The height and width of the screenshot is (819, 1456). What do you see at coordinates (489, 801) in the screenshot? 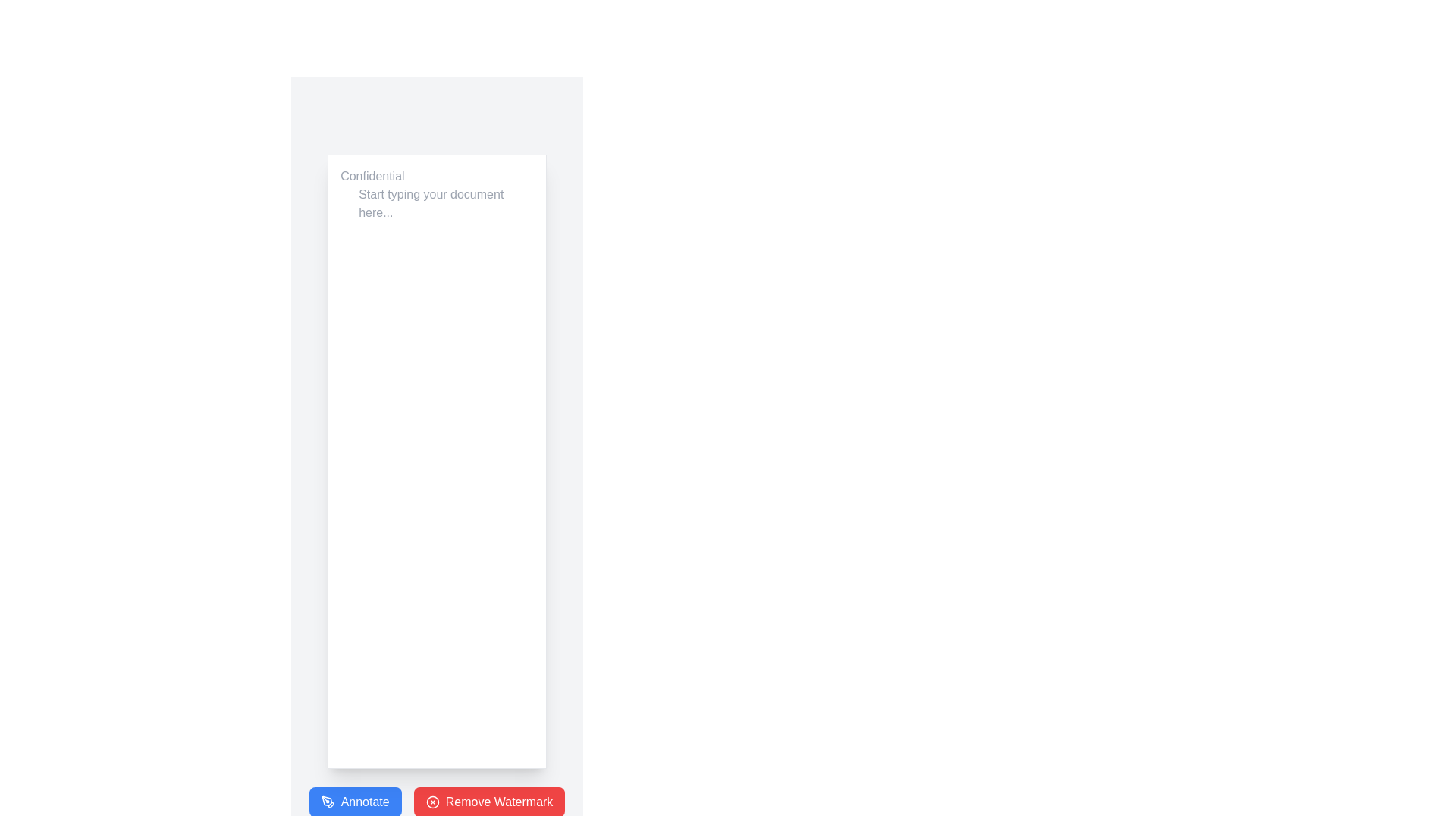
I see `the button located at the bottom right corner of the interface, next to the blue-colored 'Annotate' button` at bounding box center [489, 801].